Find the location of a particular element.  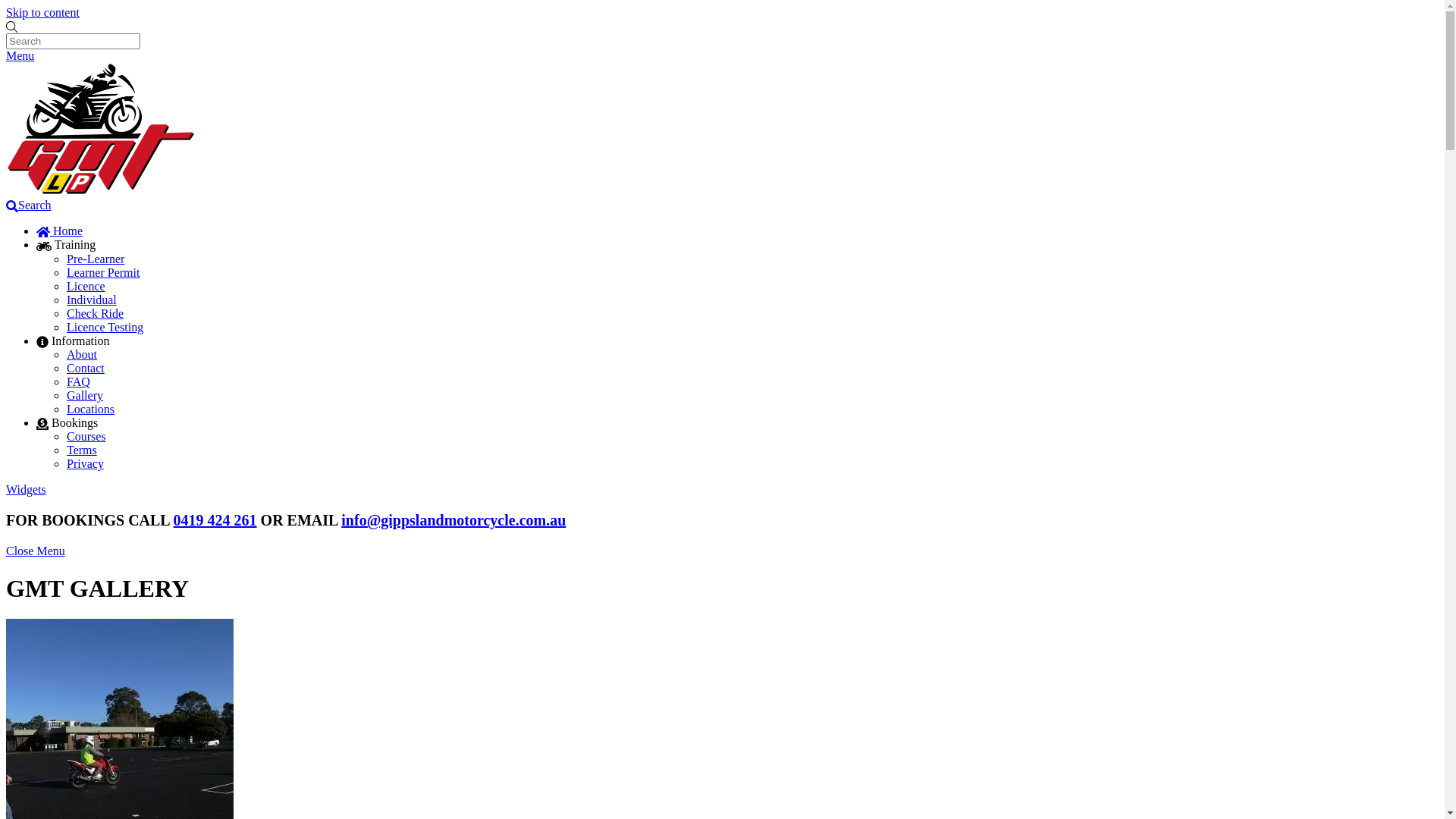

'Skip to content' is located at coordinates (42, 12).